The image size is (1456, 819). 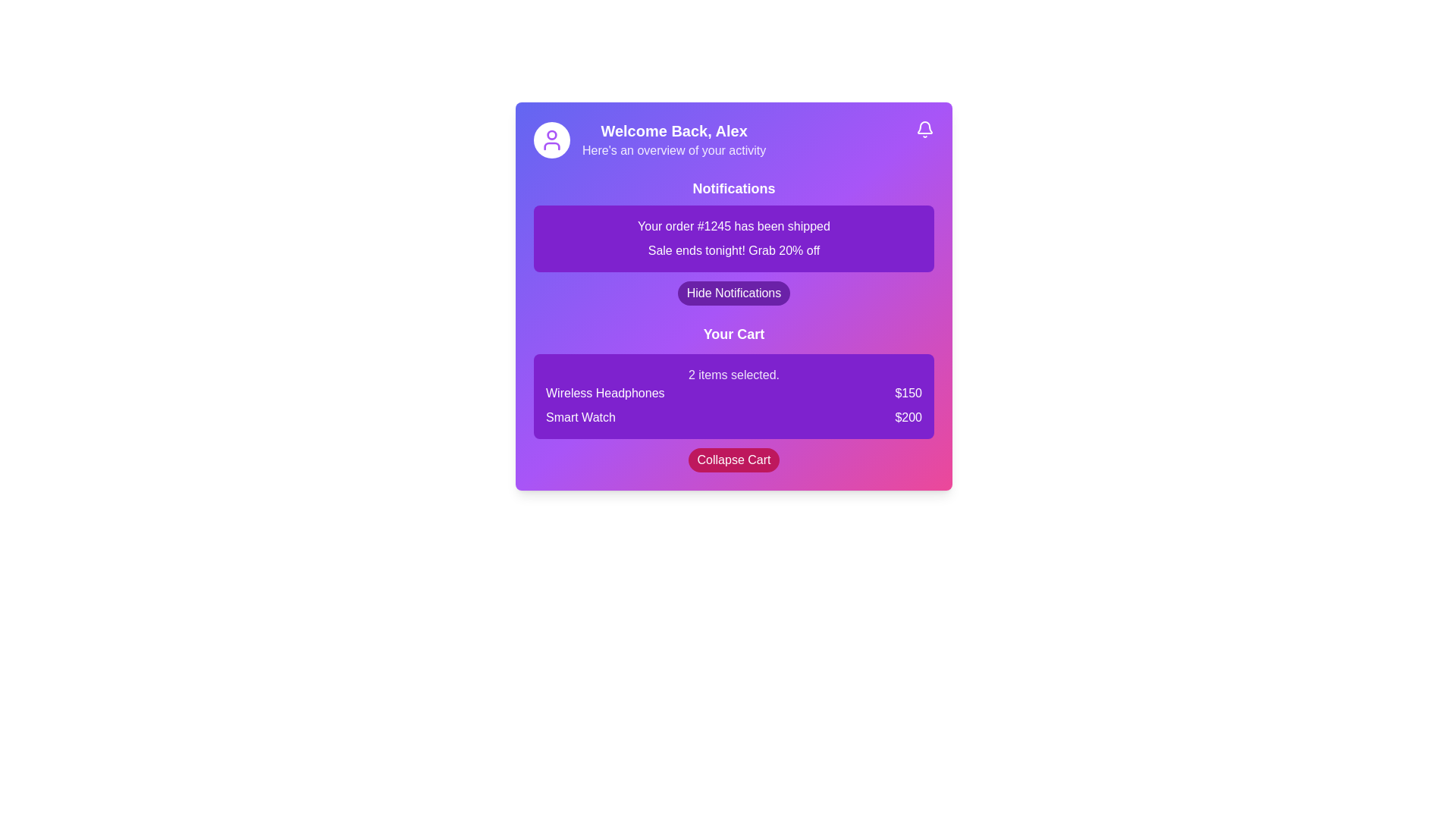 I want to click on the price label indicating the cost of the 'Wireless Headphones' in the 'Your Cart' section, so click(x=908, y=393).